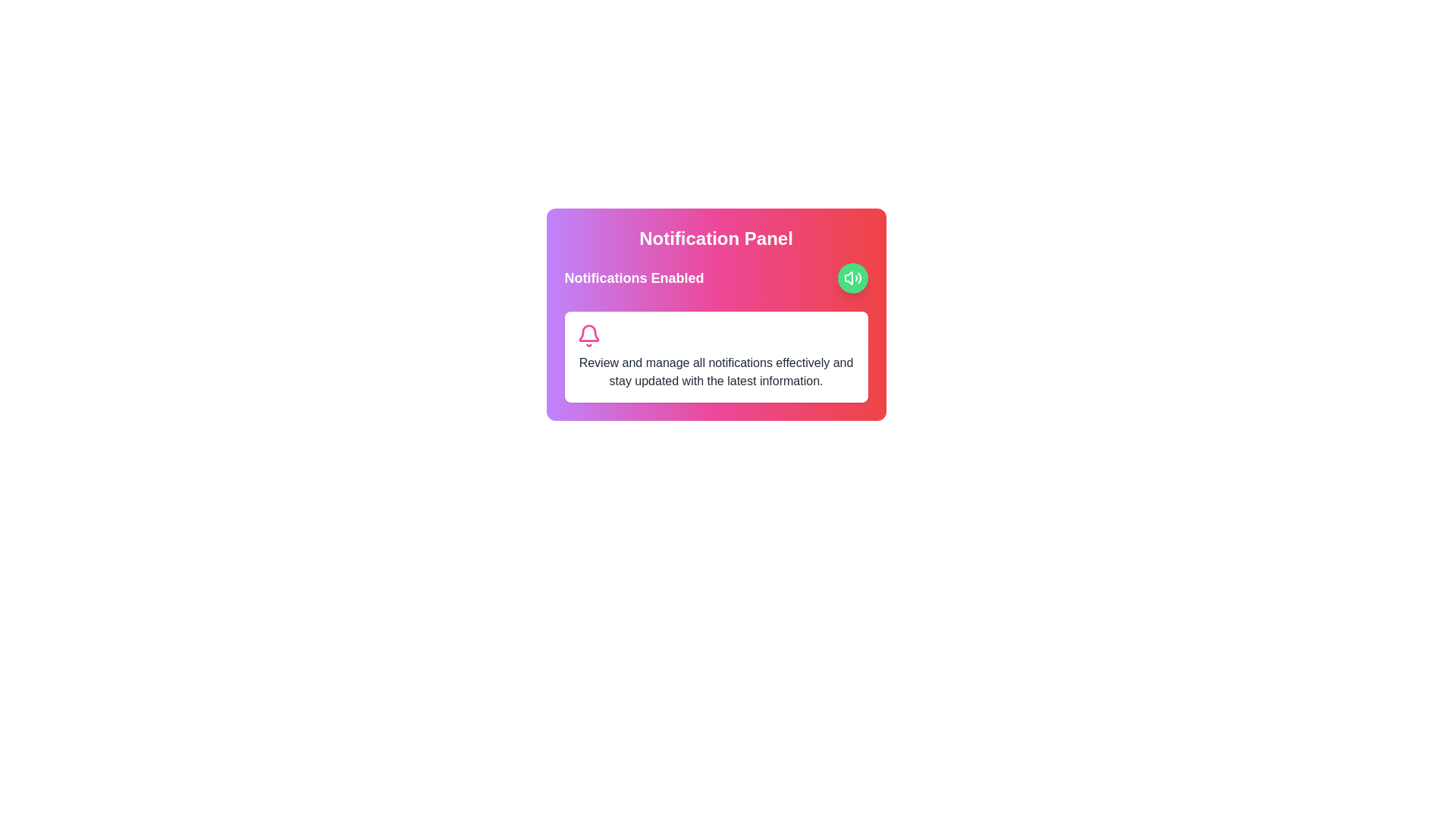 The height and width of the screenshot is (819, 1456). Describe the element at coordinates (715, 239) in the screenshot. I see `title text of the notification card, which is positioned at the top and centered horizontally within the card` at that location.